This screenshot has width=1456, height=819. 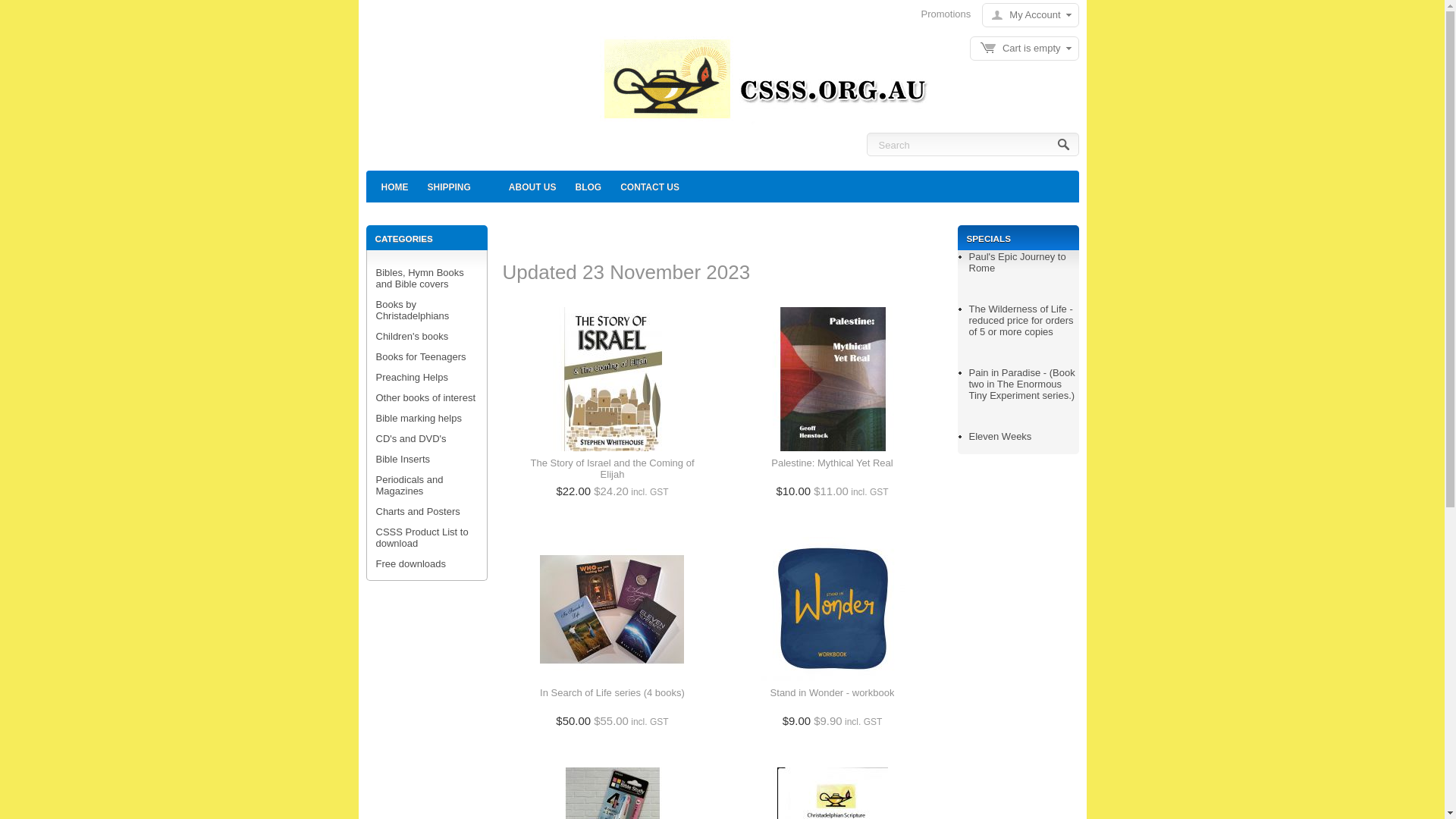 What do you see at coordinates (566, 186) in the screenshot?
I see `'BLOG'` at bounding box center [566, 186].